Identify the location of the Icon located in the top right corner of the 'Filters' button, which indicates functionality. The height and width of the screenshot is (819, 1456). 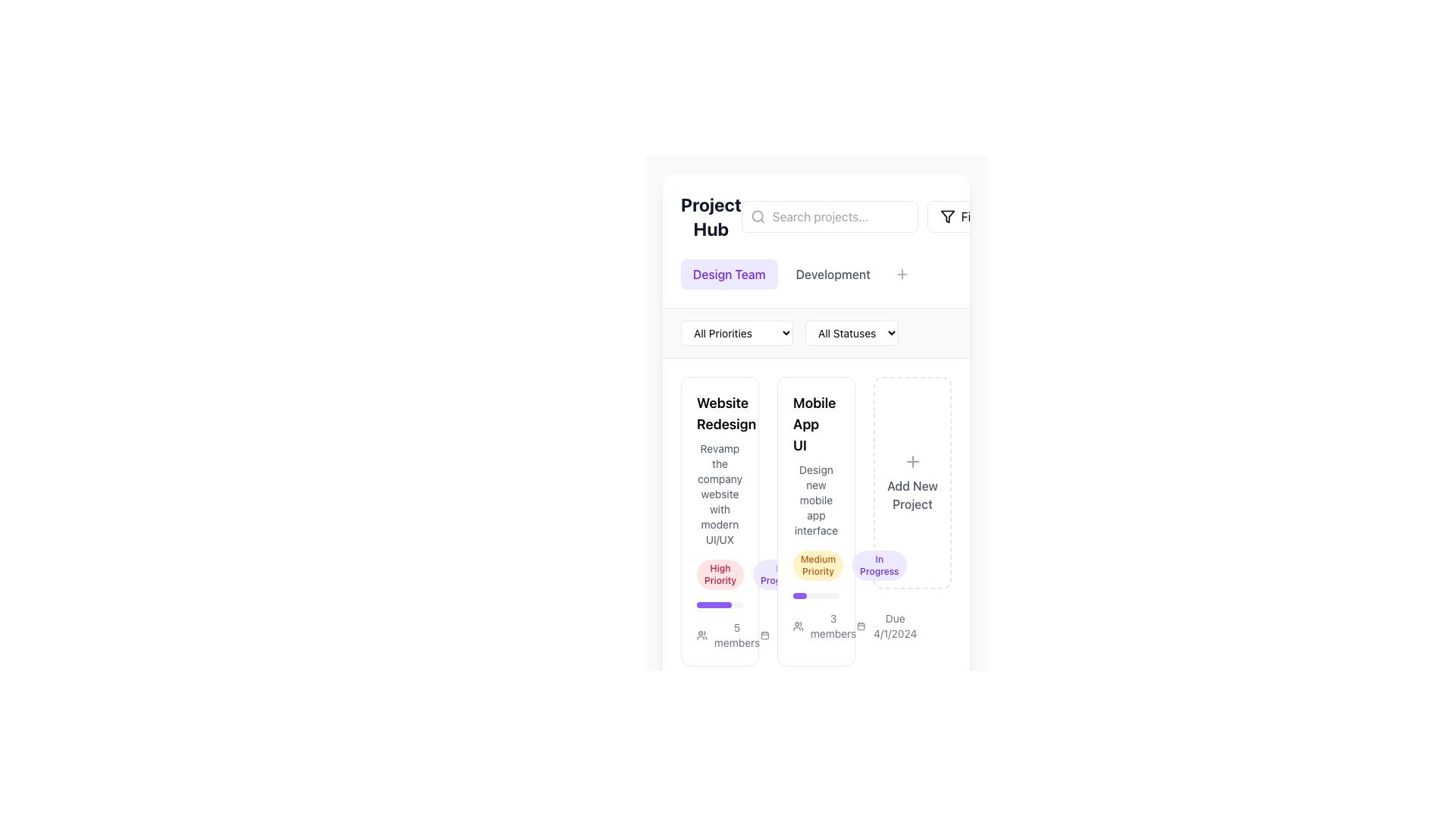
(946, 216).